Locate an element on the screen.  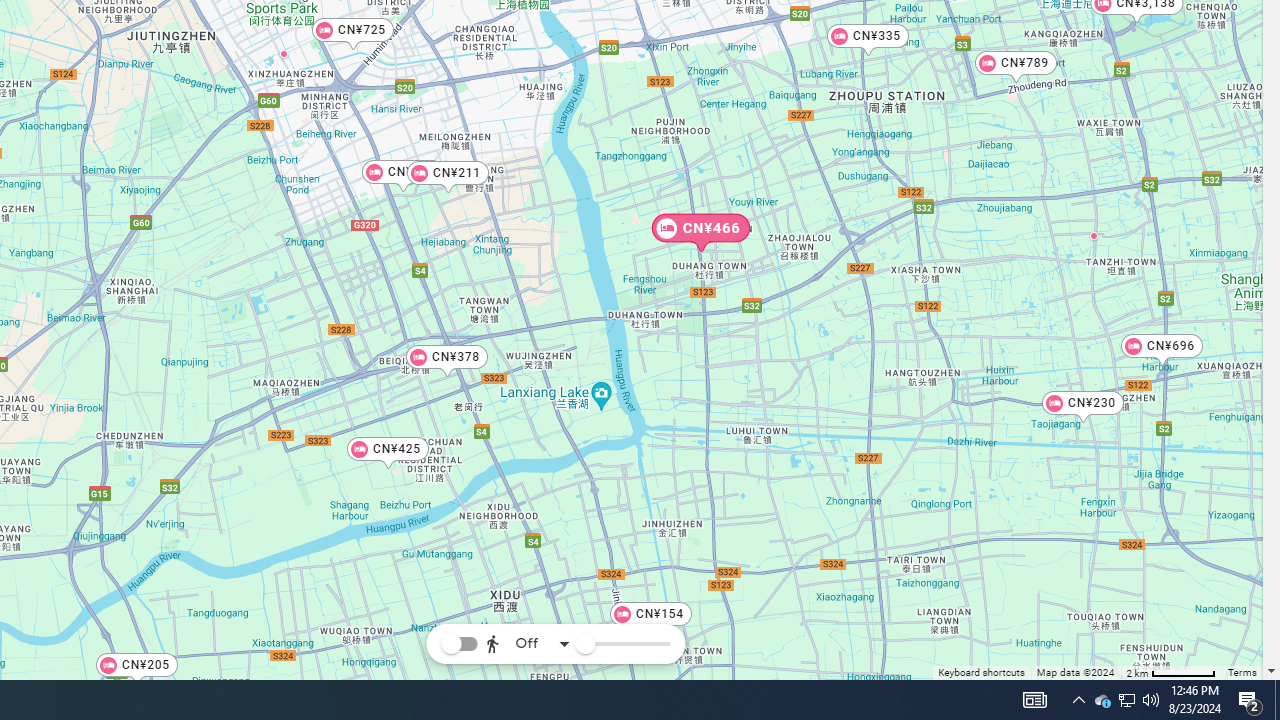
'Off' is located at coordinates (528, 644).